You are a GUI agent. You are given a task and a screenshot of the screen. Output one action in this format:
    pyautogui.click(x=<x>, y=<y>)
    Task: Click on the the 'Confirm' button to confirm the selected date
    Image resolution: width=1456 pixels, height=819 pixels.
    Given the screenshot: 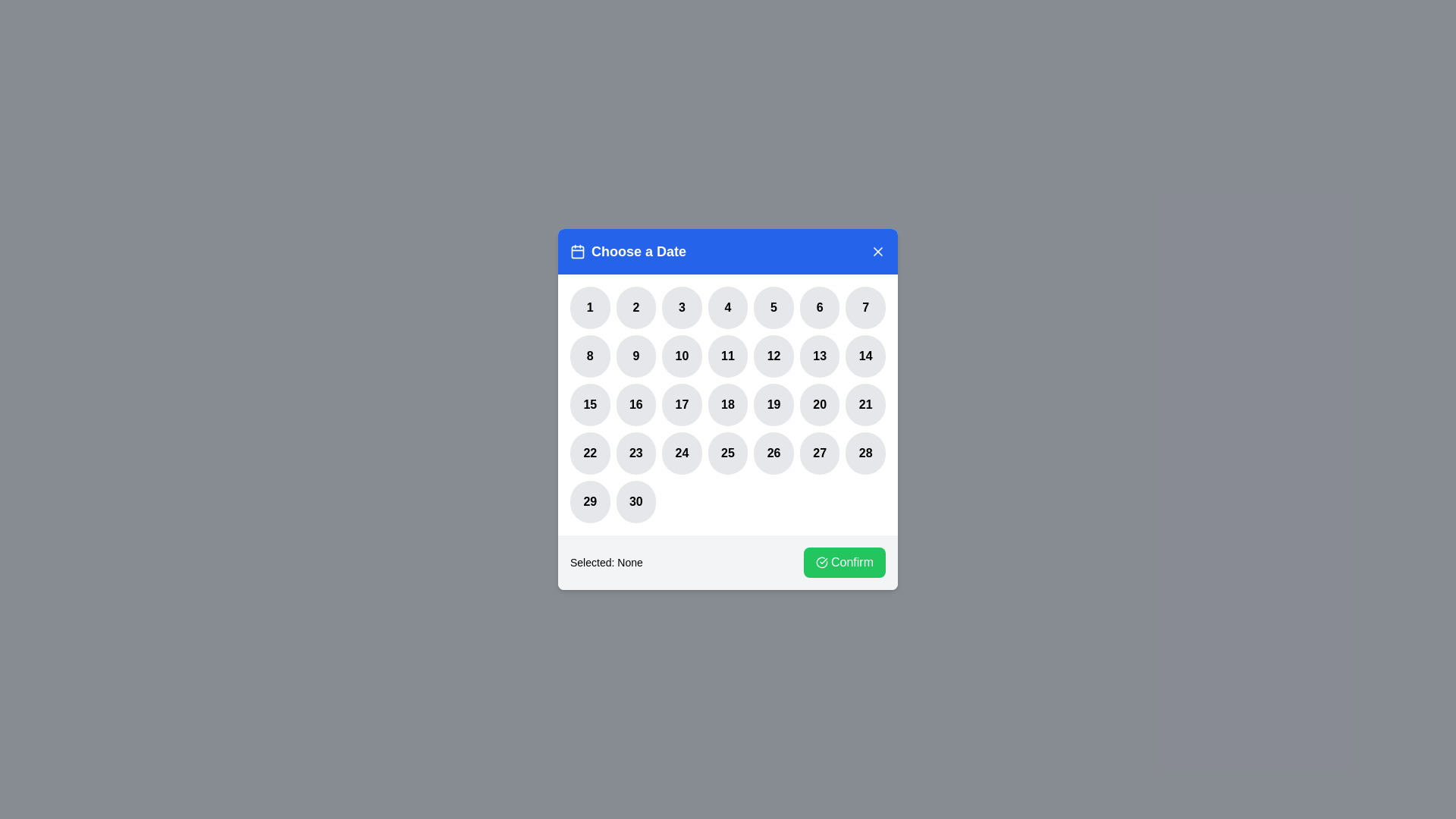 What is the action you would take?
    pyautogui.click(x=843, y=562)
    